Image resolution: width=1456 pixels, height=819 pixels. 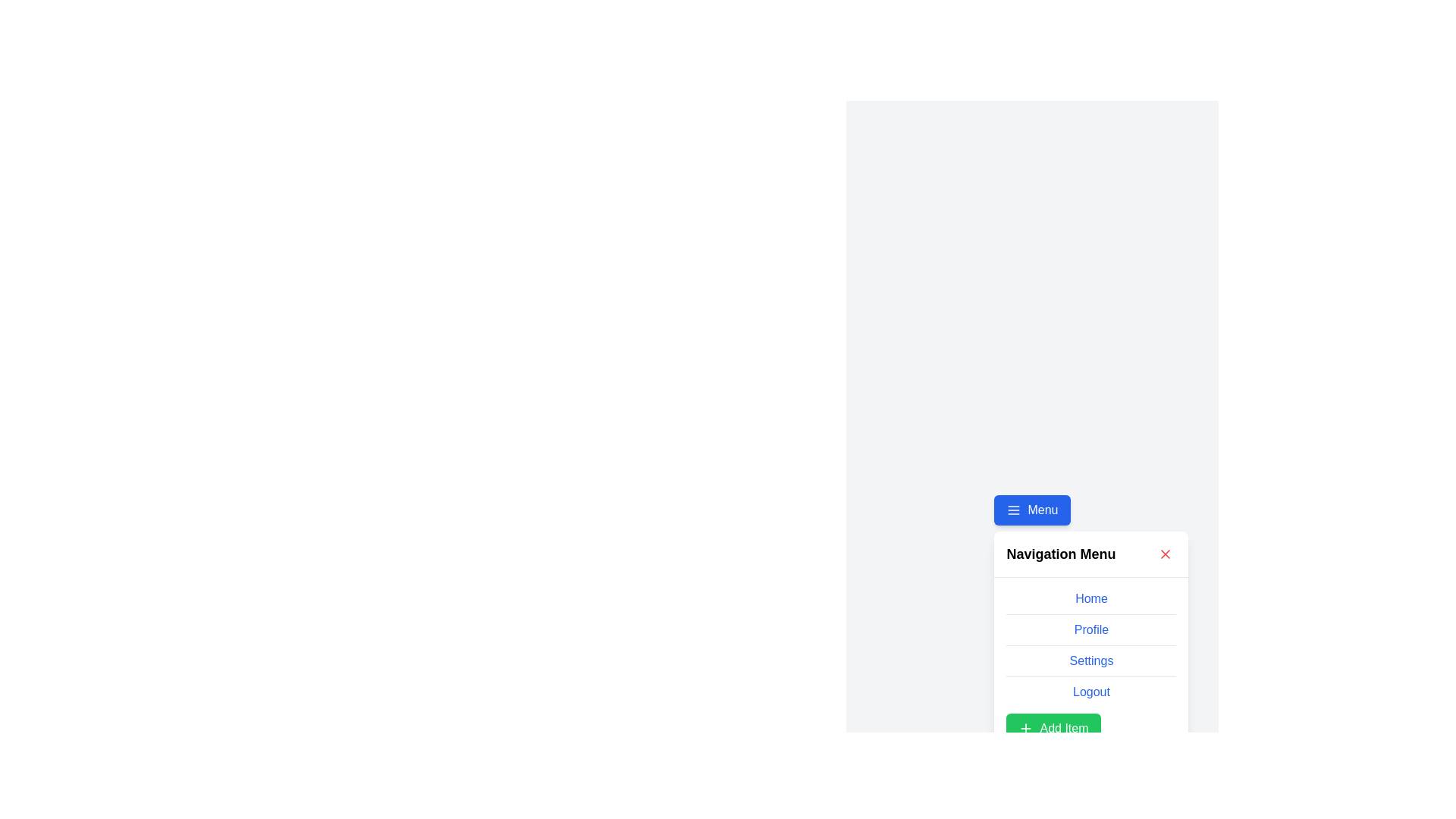 I want to click on the 'Add Item' button located at the bottom of the navigation menu, which has a green background and white text with a plus symbol, so click(x=1053, y=727).